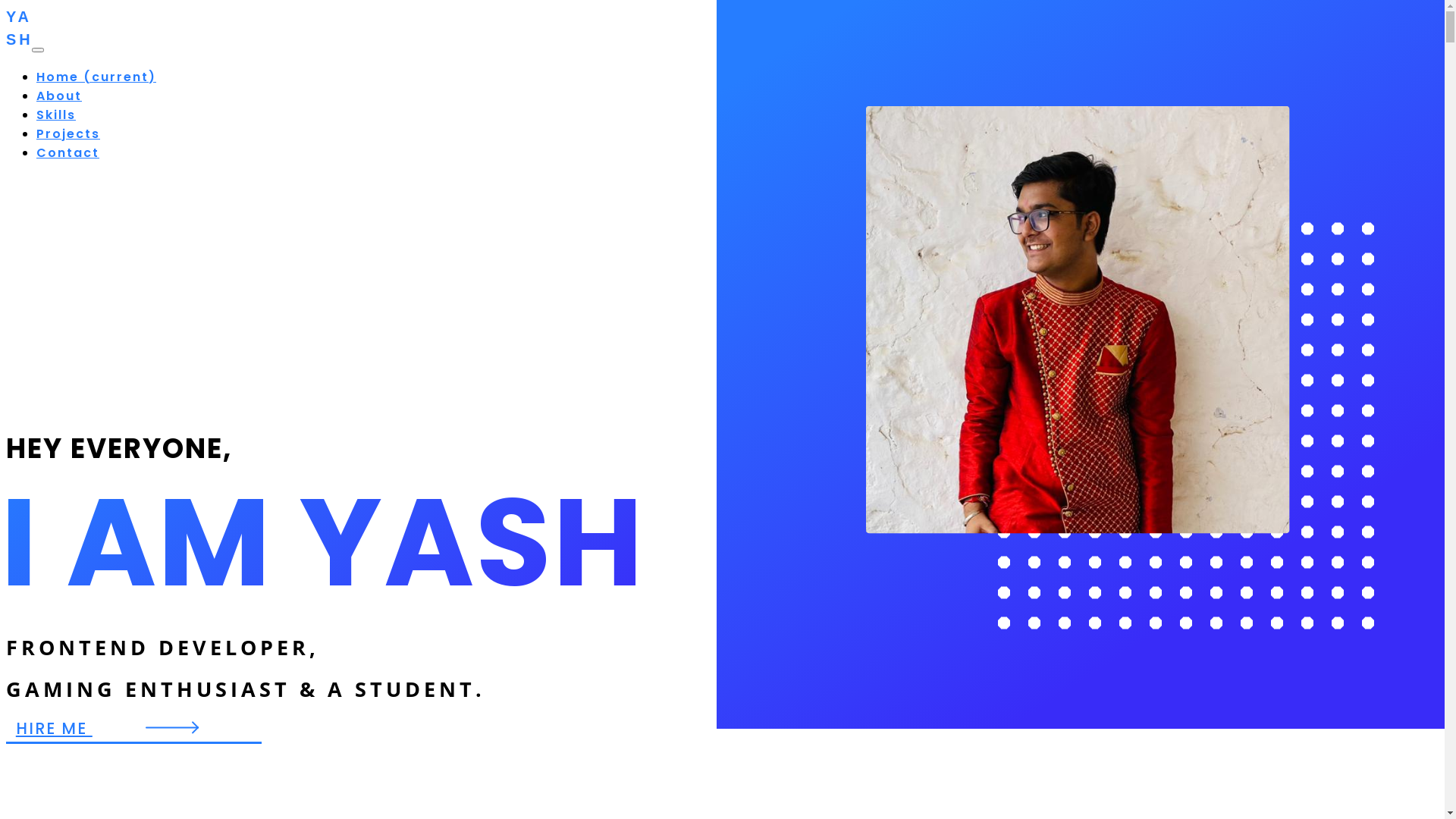  What do you see at coordinates (67, 152) in the screenshot?
I see `'Contact'` at bounding box center [67, 152].